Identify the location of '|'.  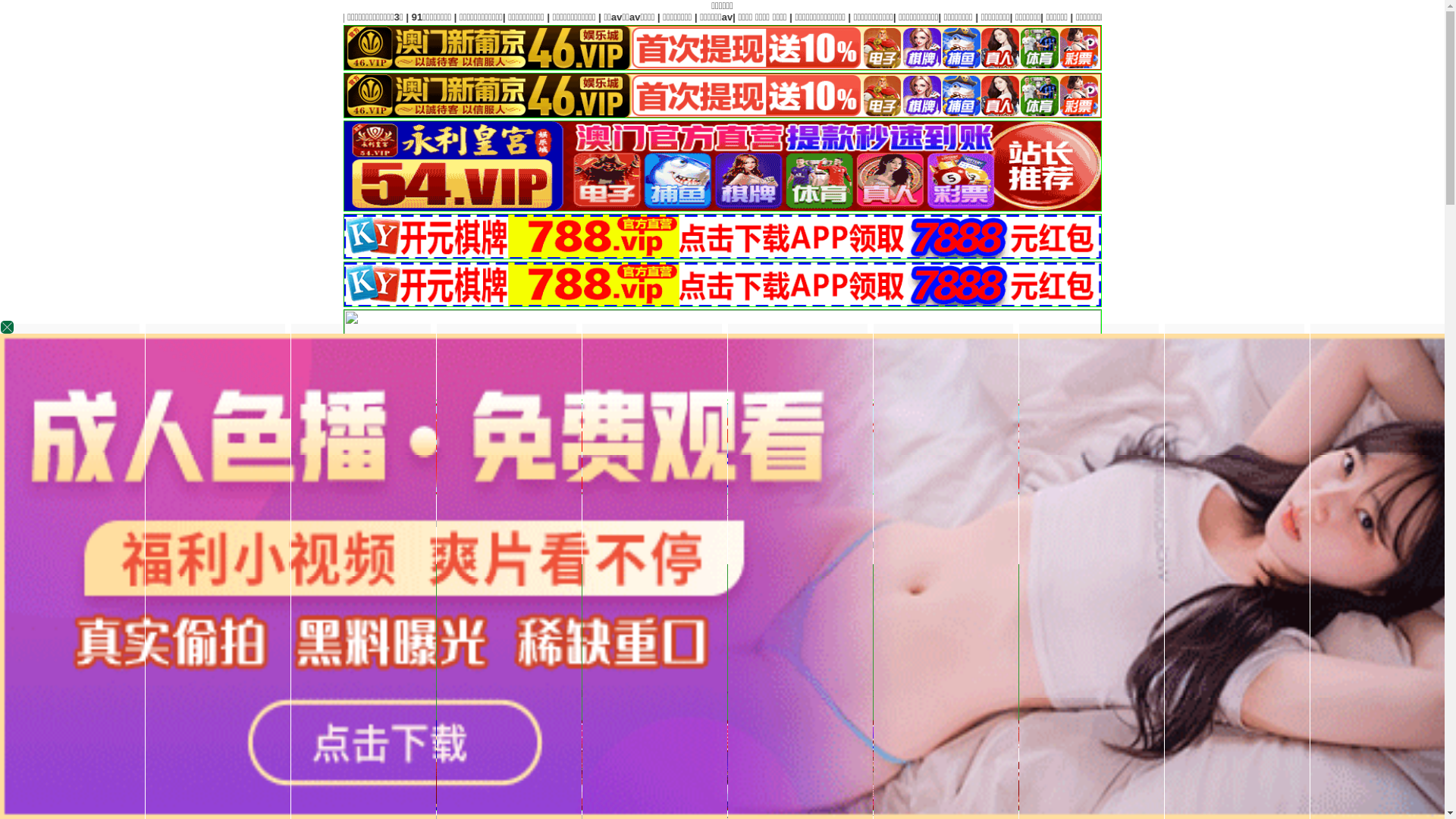
(1136, 17).